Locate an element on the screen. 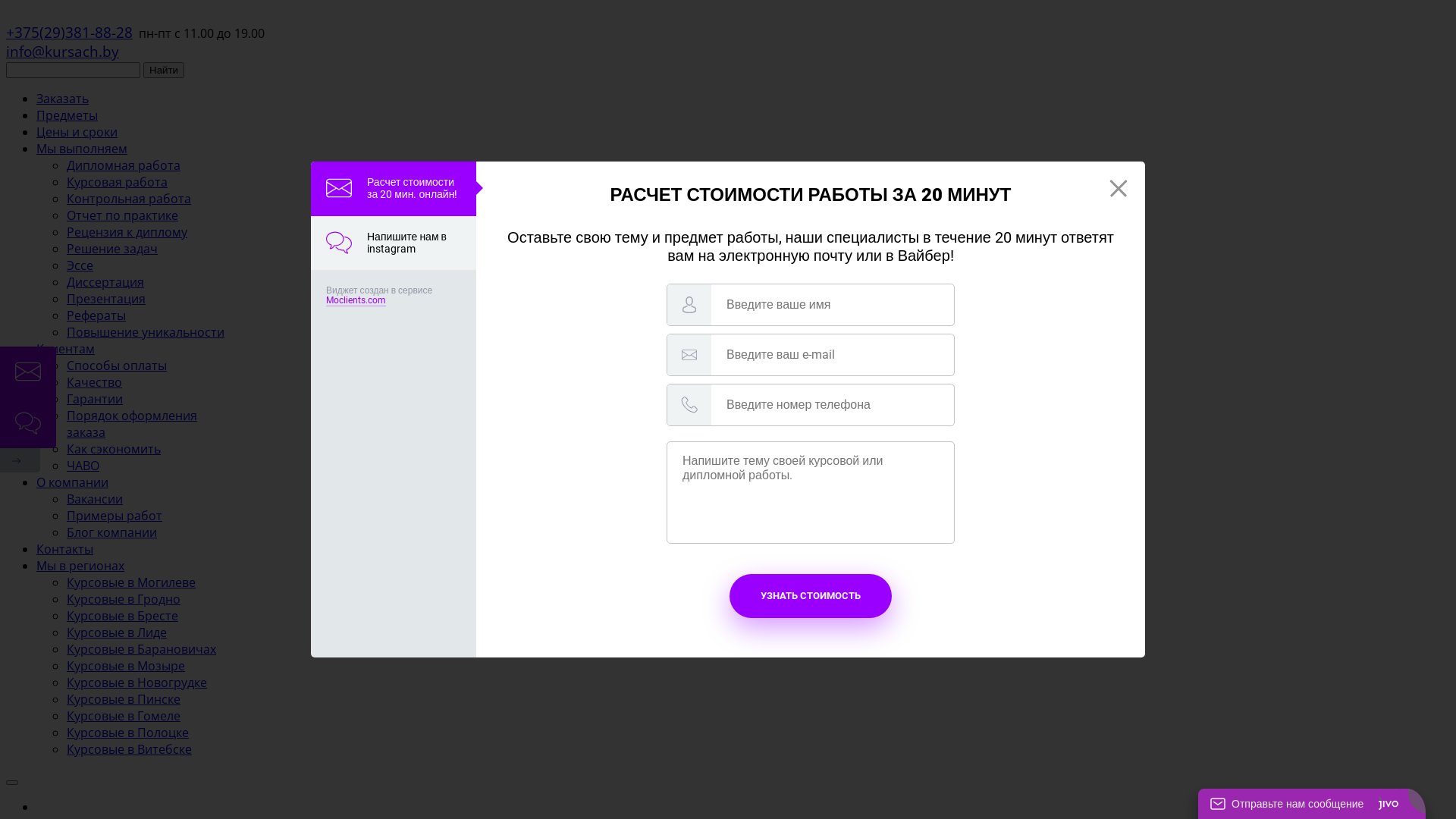 The height and width of the screenshot is (819, 1456). 'info@kursach.by' is located at coordinates (61, 50).